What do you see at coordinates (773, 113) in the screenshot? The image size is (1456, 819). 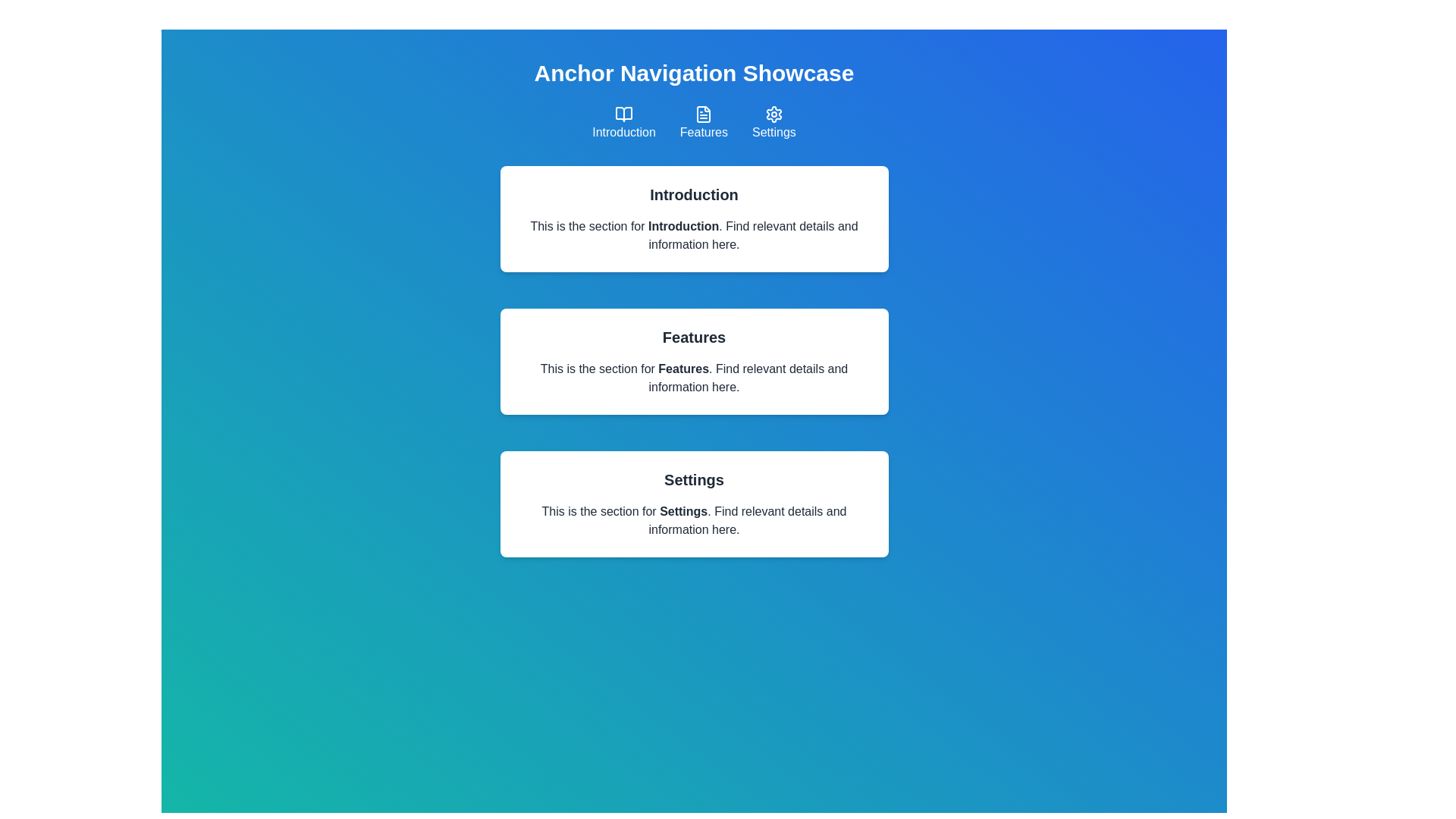 I see `the gear icon representing settings in the top horizontal menu bar` at bounding box center [773, 113].